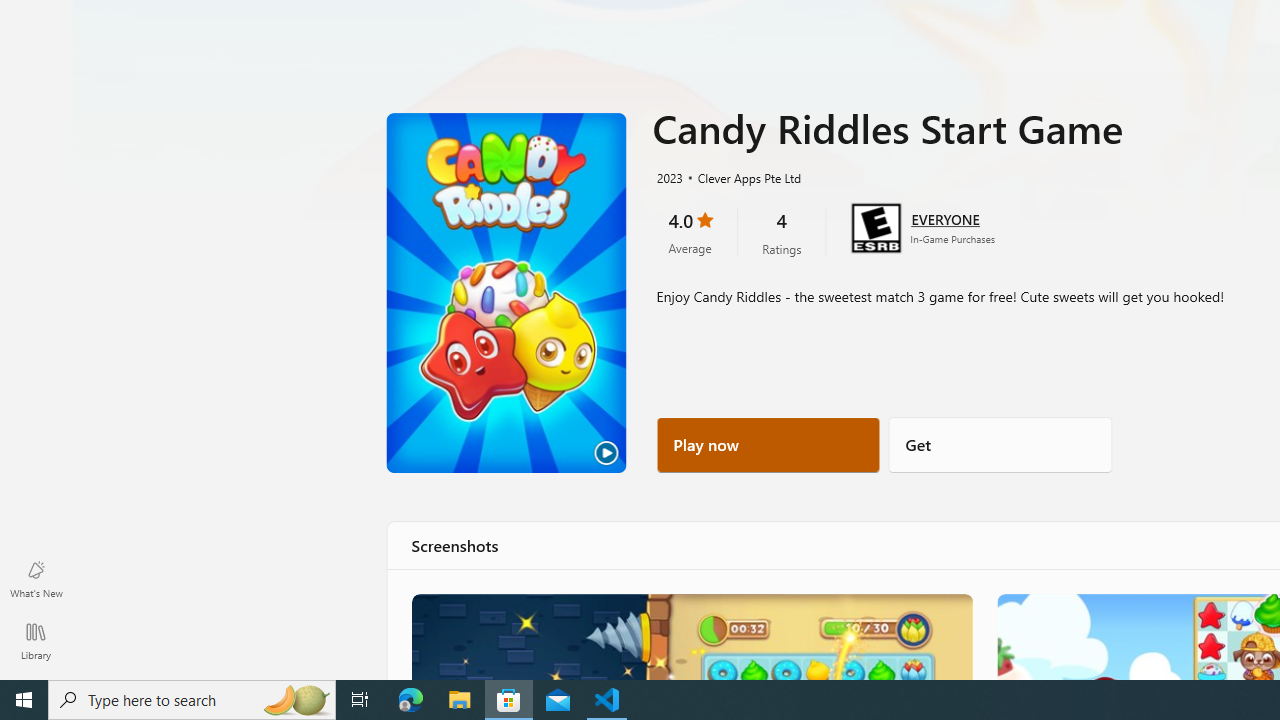  I want to click on 'What', so click(35, 578).